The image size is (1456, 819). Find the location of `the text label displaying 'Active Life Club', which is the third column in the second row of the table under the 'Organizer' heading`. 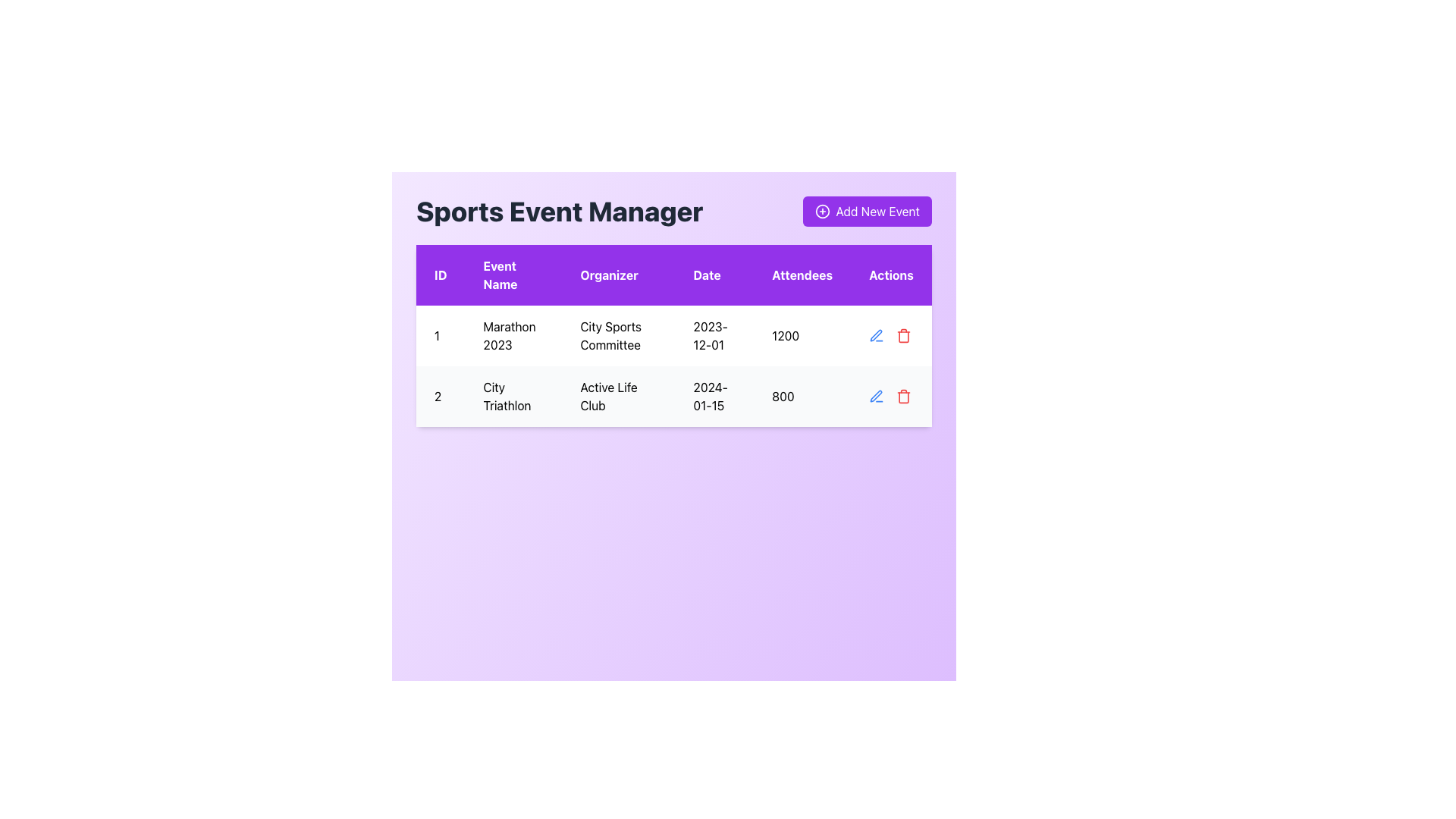

the text label displaying 'Active Life Club', which is the third column in the second row of the table under the 'Organizer' heading is located at coordinates (619, 396).